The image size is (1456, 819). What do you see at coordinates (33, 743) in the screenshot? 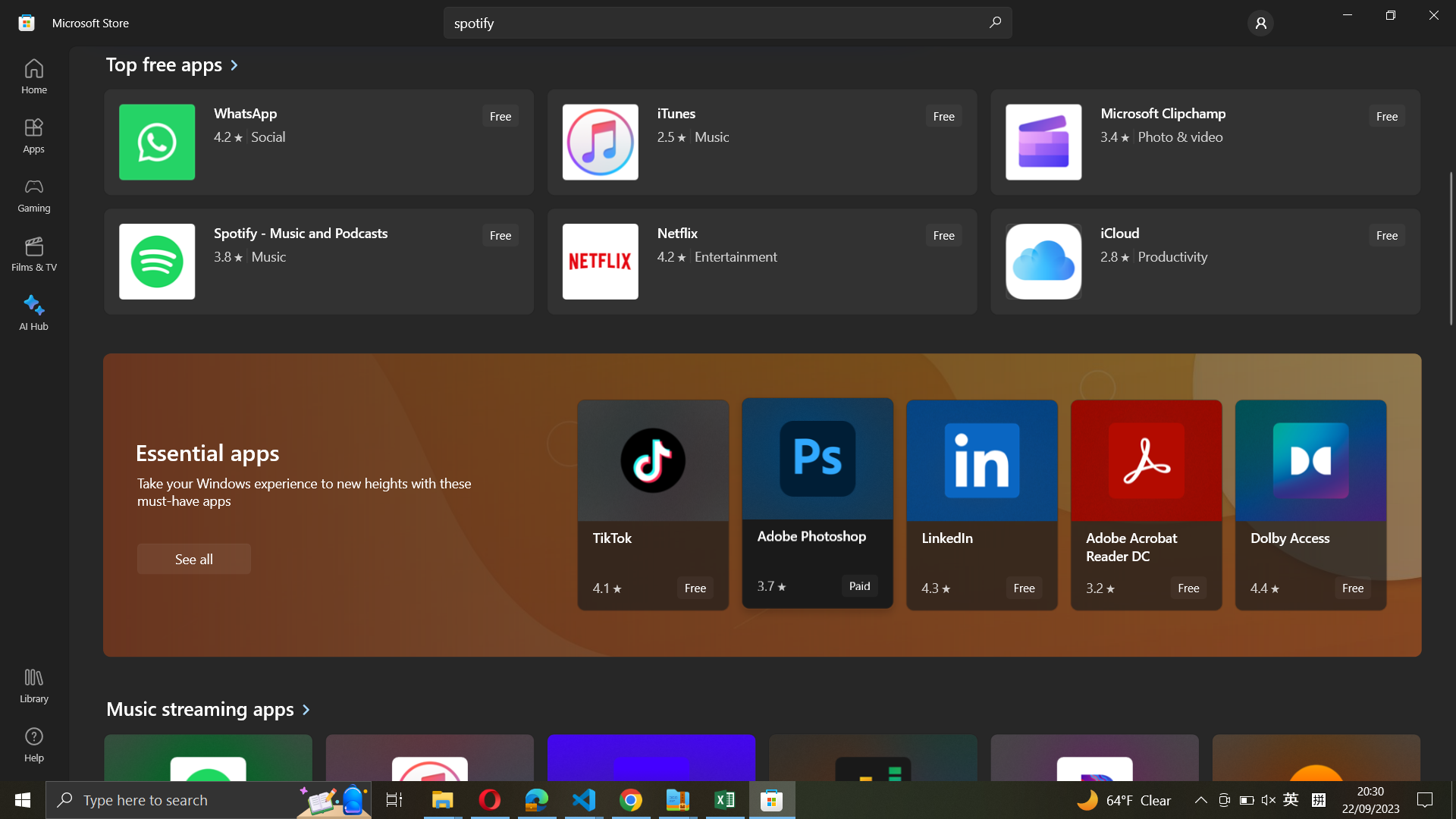
I see `Help tool` at bounding box center [33, 743].